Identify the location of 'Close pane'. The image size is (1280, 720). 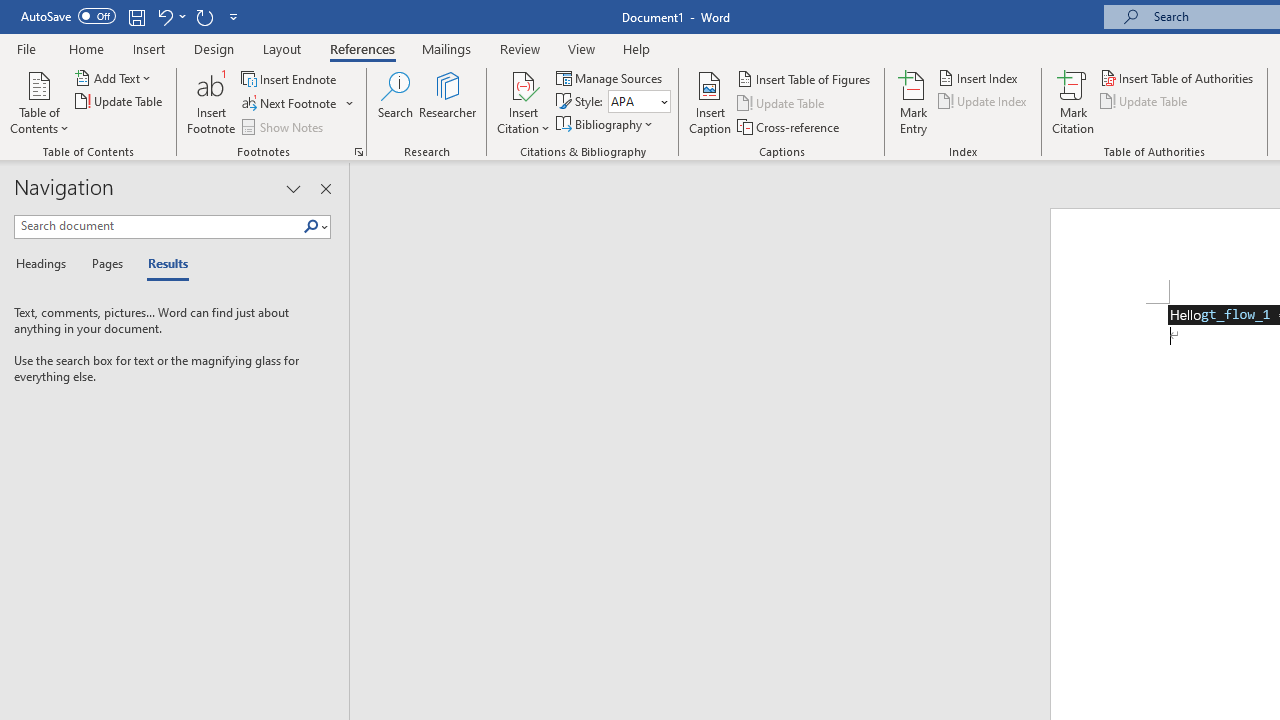
(325, 189).